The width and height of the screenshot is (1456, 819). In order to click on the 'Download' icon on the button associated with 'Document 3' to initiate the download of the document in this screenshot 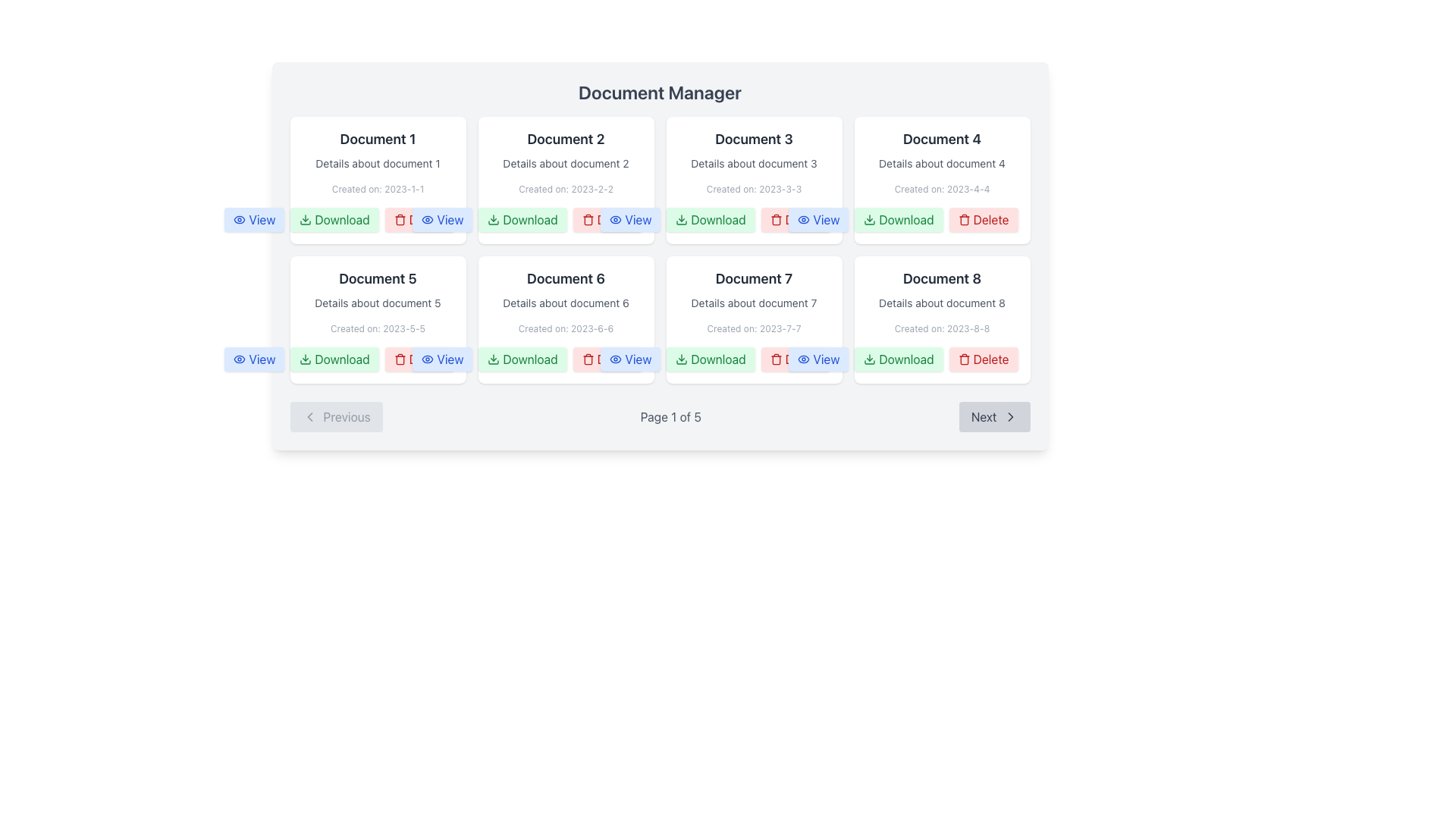, I will do `click(870, 219)`.